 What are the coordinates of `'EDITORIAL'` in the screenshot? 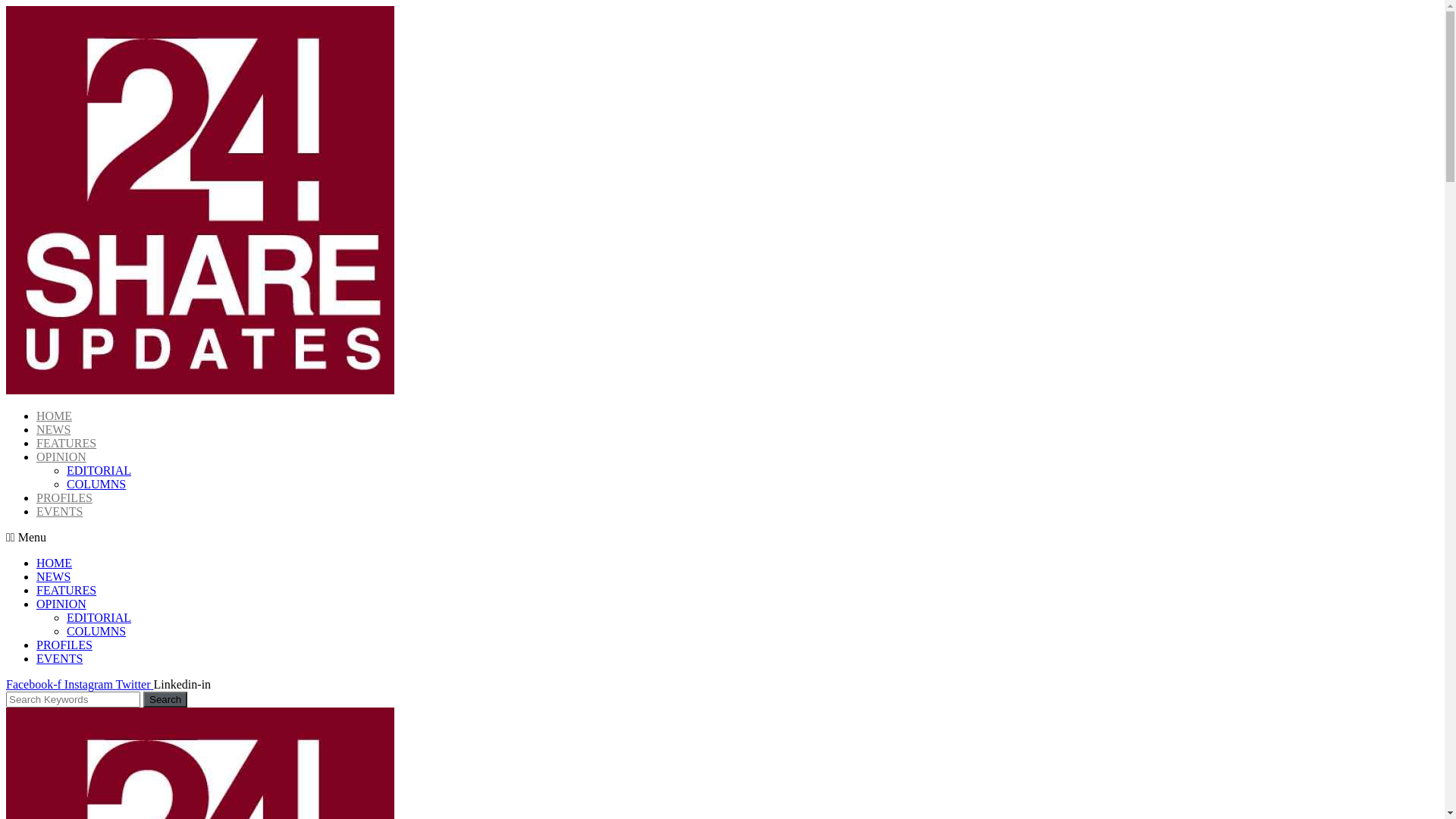 It's located at (65, 469).